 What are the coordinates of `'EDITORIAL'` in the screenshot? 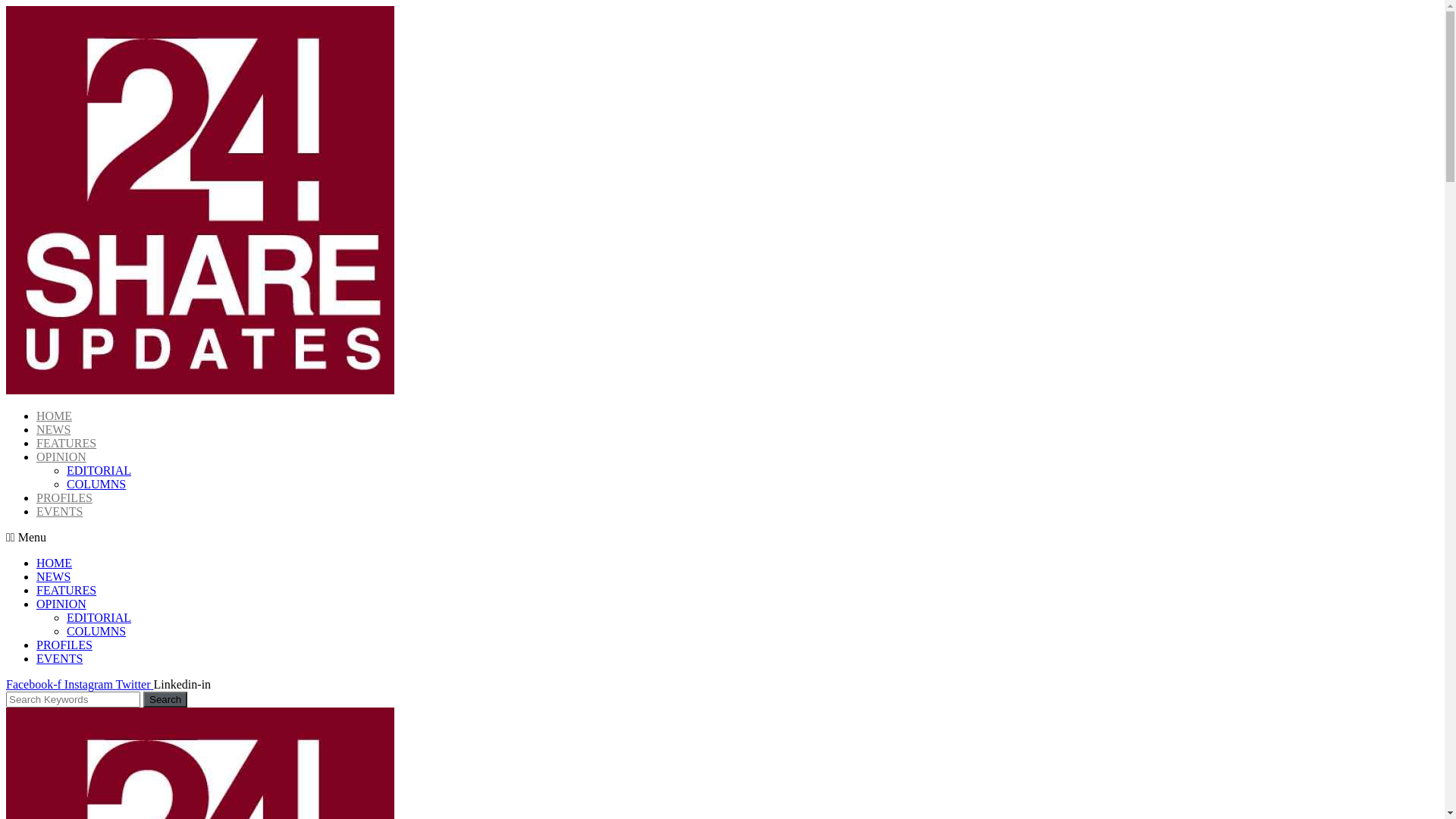 It's located at (65, 469).